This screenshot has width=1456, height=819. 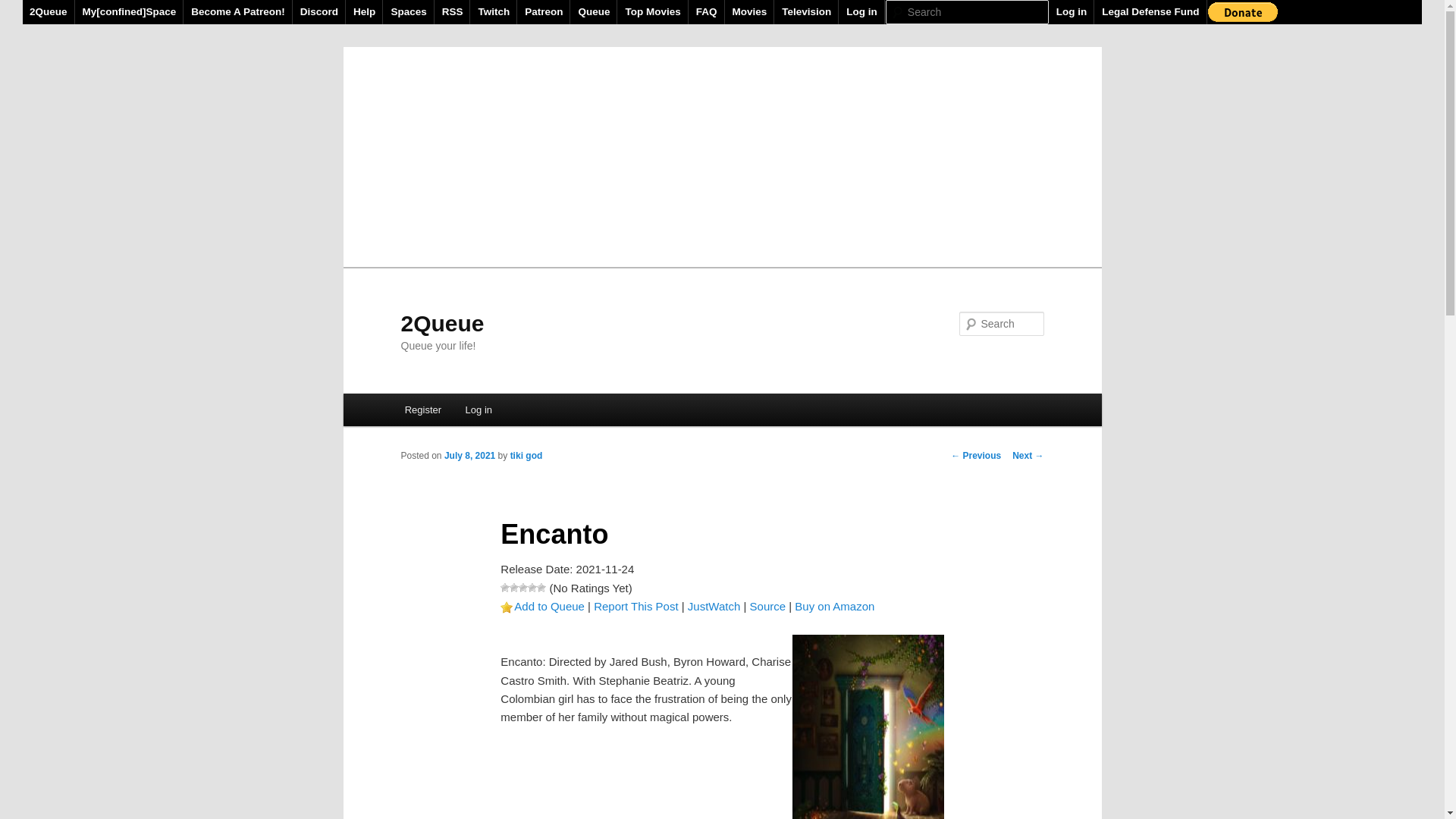 I want to click on 'PayPal - The safer, easier way to pay online!', so click(x=1242, y=11).